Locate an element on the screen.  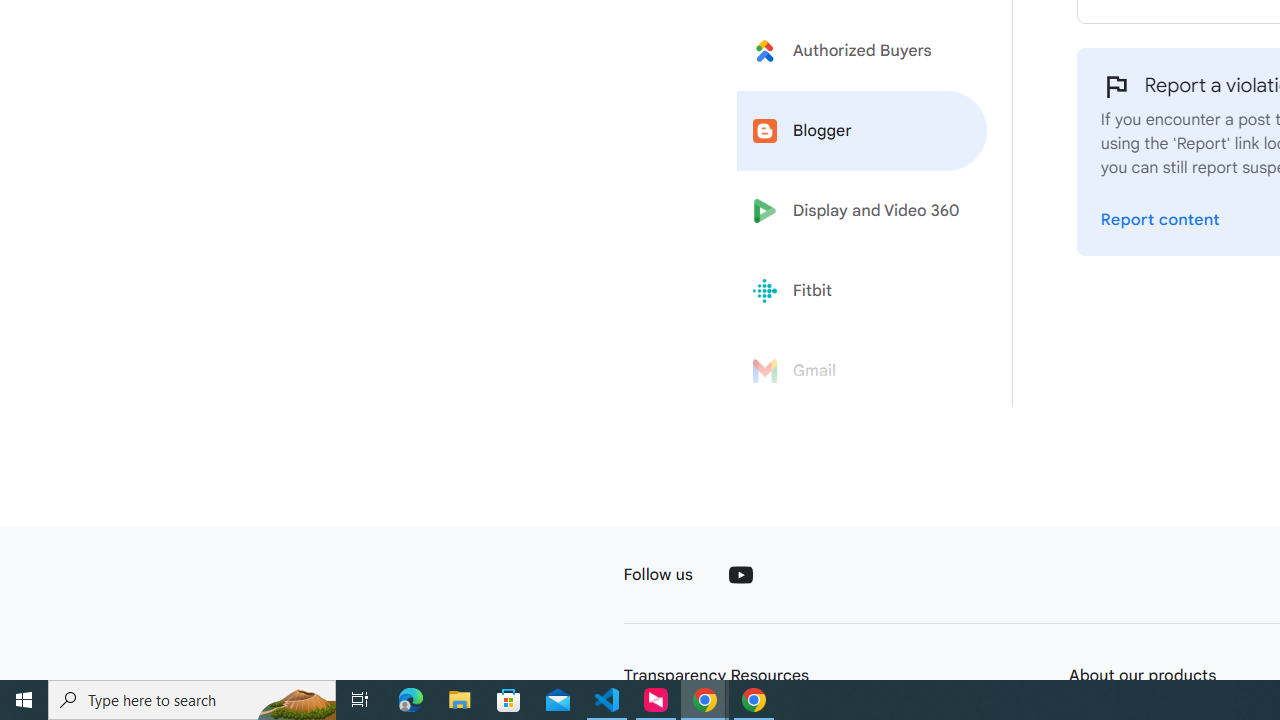
'Blogger' is located at coordinates (862, 131).